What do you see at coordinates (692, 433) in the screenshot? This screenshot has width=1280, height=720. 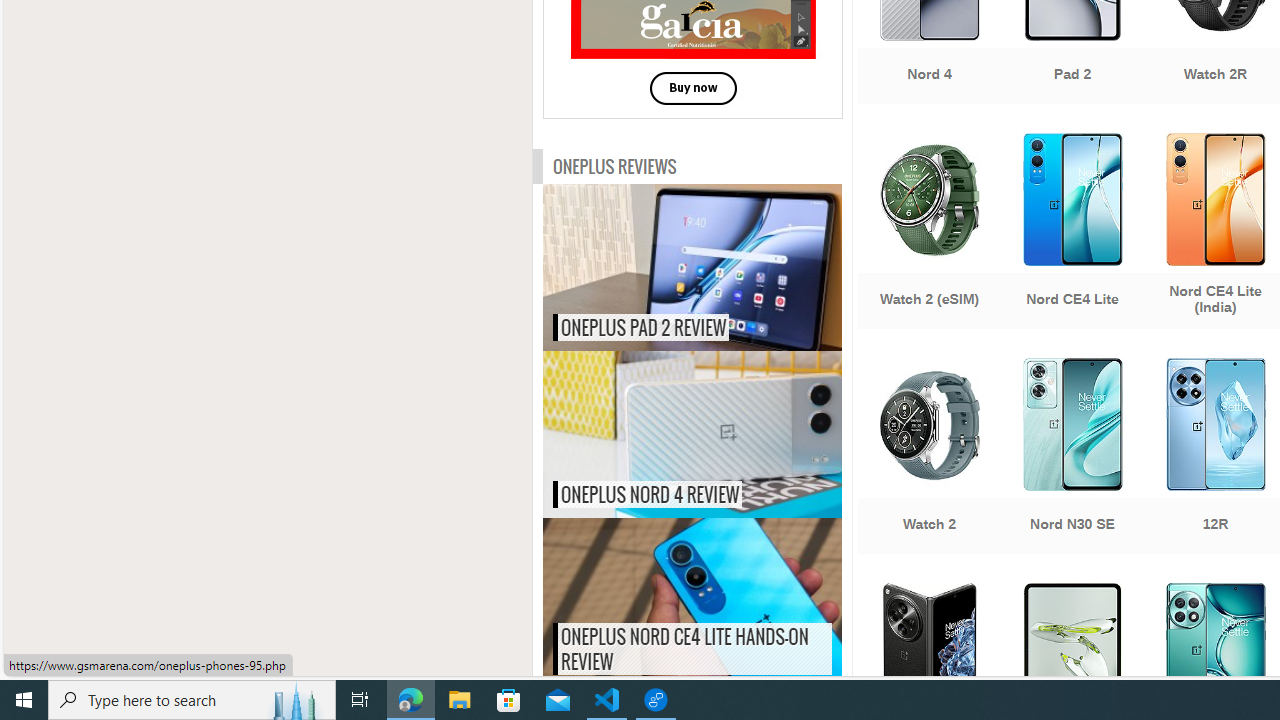 I see `'OnePlus Nord 4 review ONEPLUS NORD 4 REVIEW'` at bounding box center [692, 433].